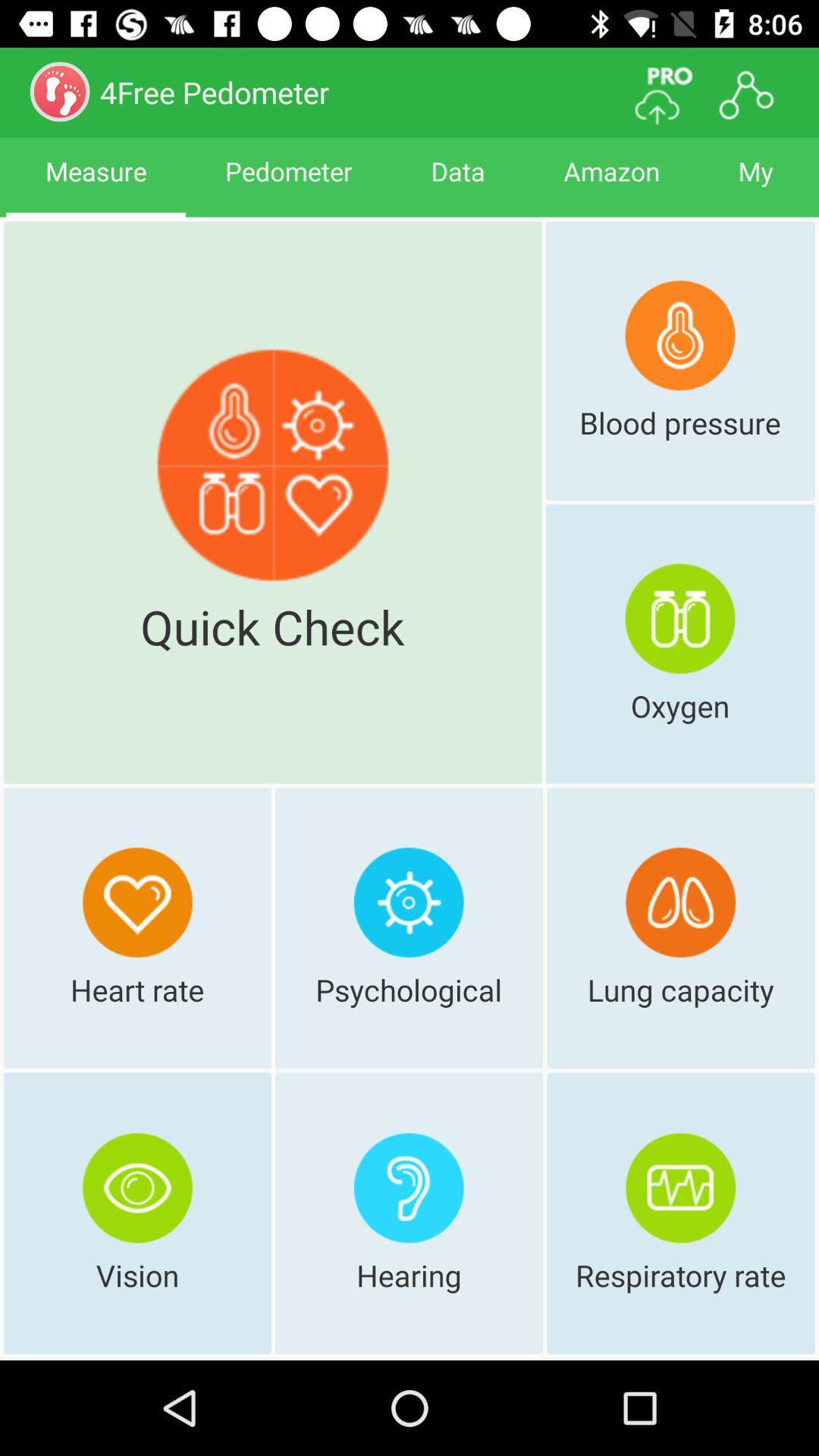 This screenshot has height=1456, width=819. What do you see at coordinates (610, 184) in the screenshot?
I see `item to the left of the my` at bounding box center [610, 184].